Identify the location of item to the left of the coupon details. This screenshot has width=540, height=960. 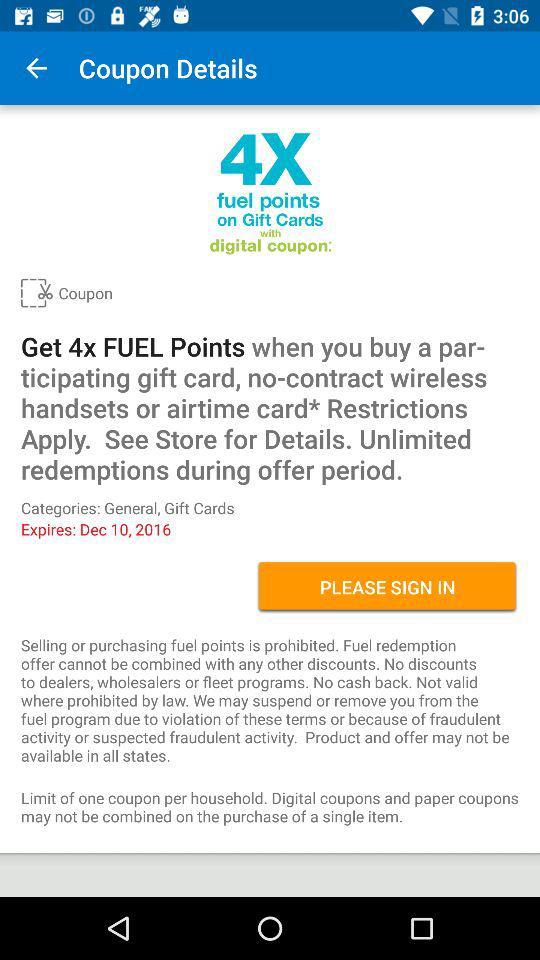
(36, 68).